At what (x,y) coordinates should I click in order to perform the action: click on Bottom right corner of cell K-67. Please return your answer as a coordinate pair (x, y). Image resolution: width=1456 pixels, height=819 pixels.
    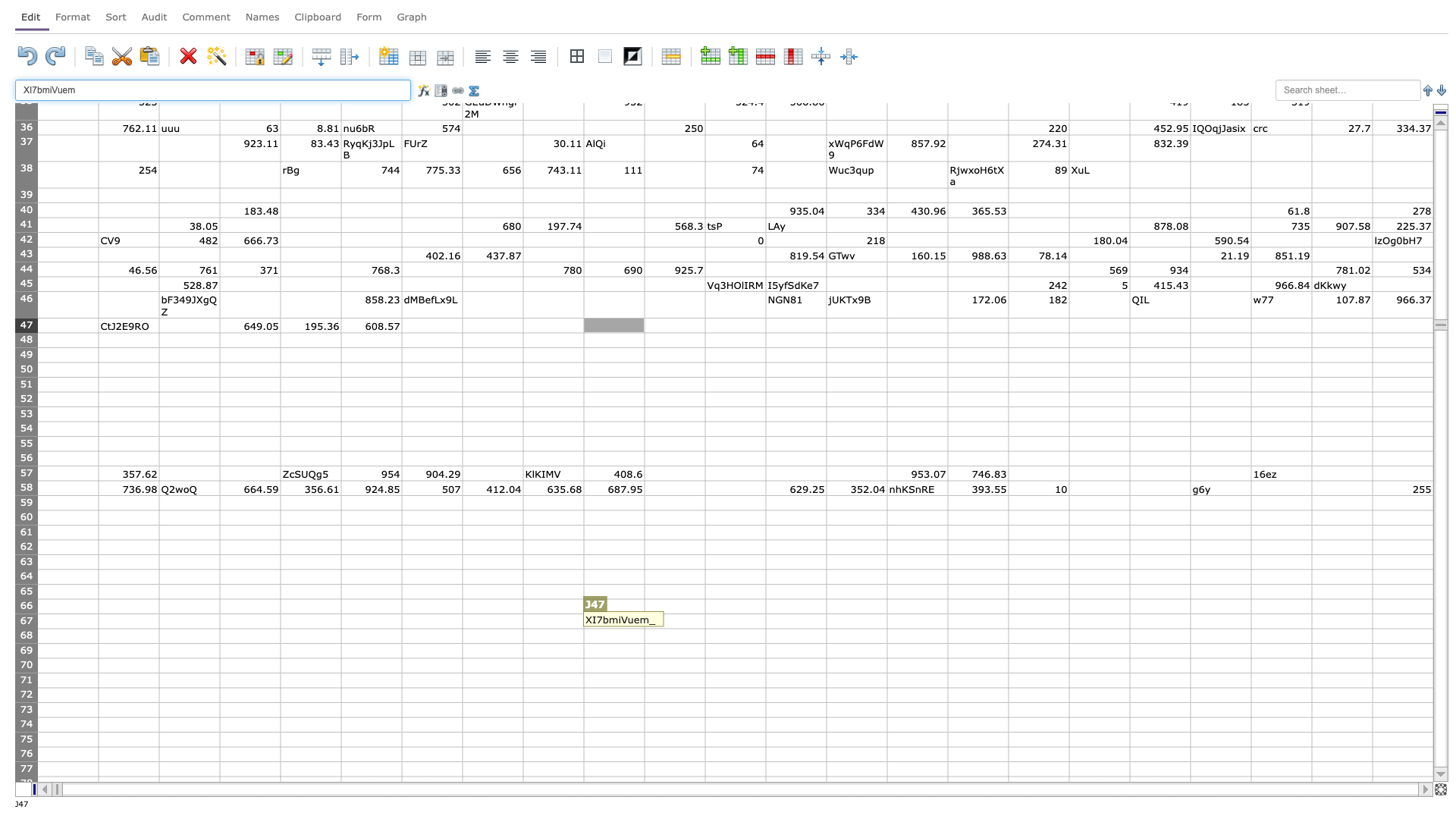
    Looking at the image, I should click on (704, 629).